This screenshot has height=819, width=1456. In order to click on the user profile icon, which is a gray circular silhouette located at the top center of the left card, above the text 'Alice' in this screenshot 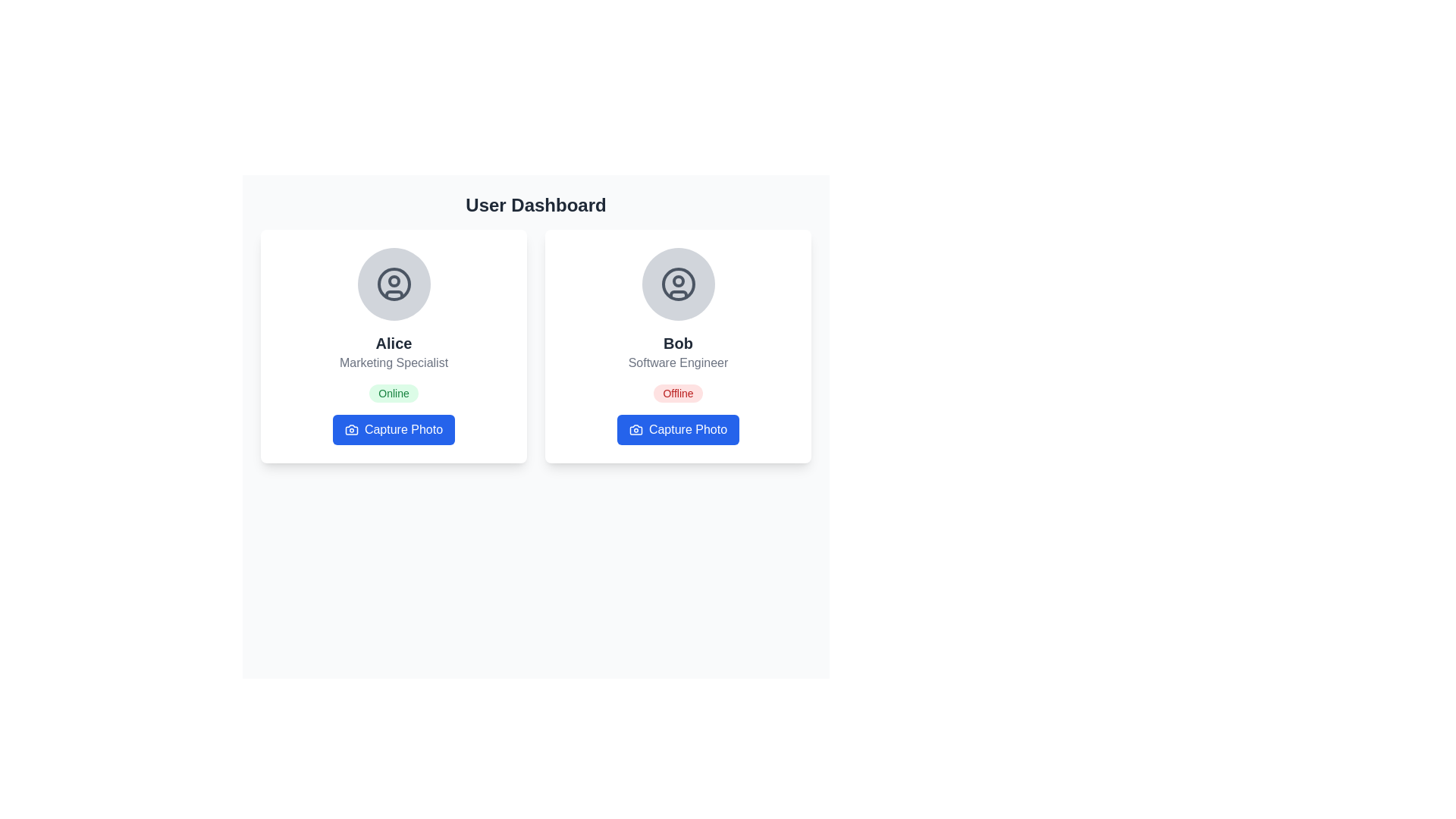, I will do `click(394, 284)`.